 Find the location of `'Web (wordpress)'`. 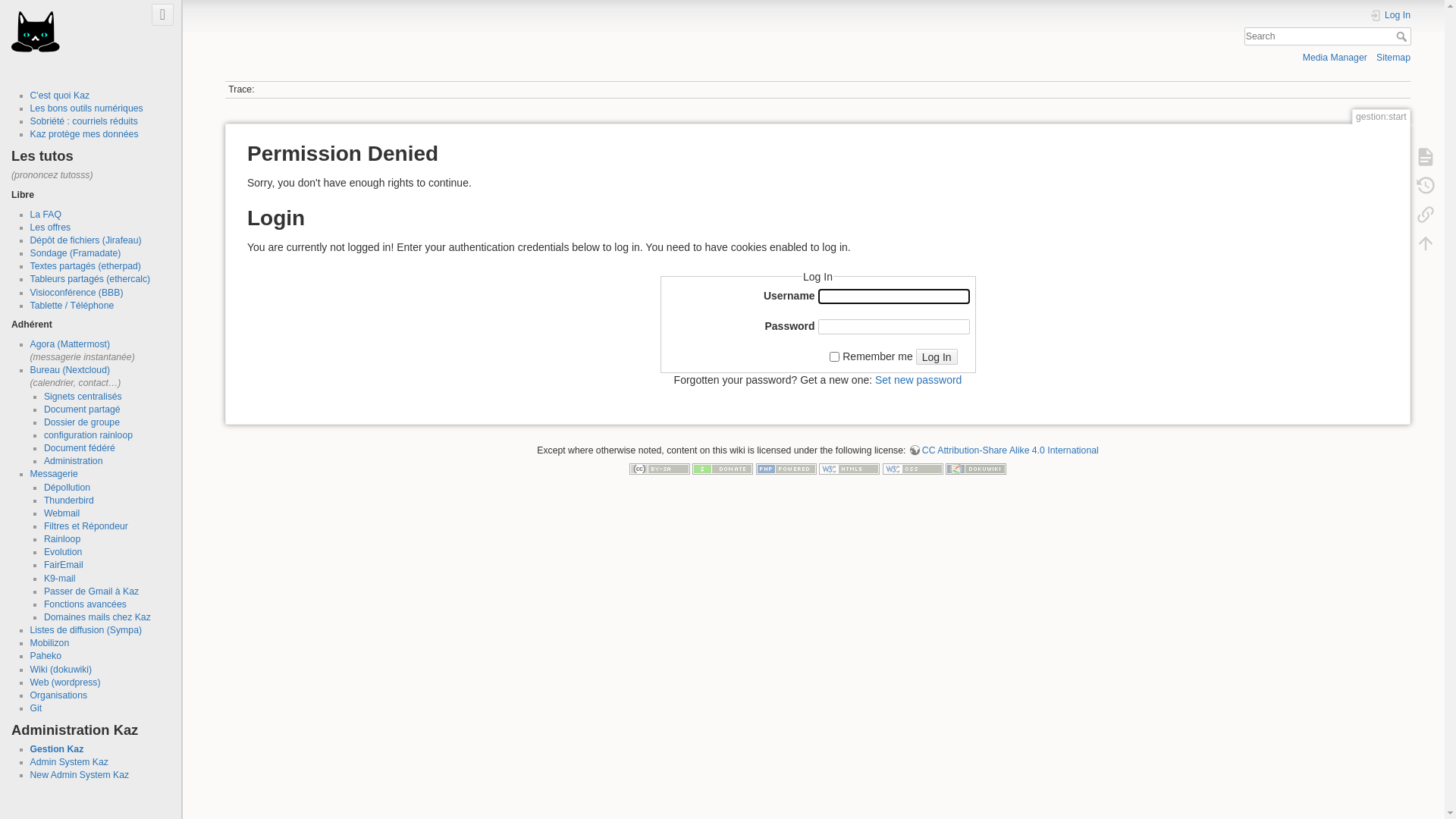

'Web (wordpress)' is located at coordinates (64, 681).